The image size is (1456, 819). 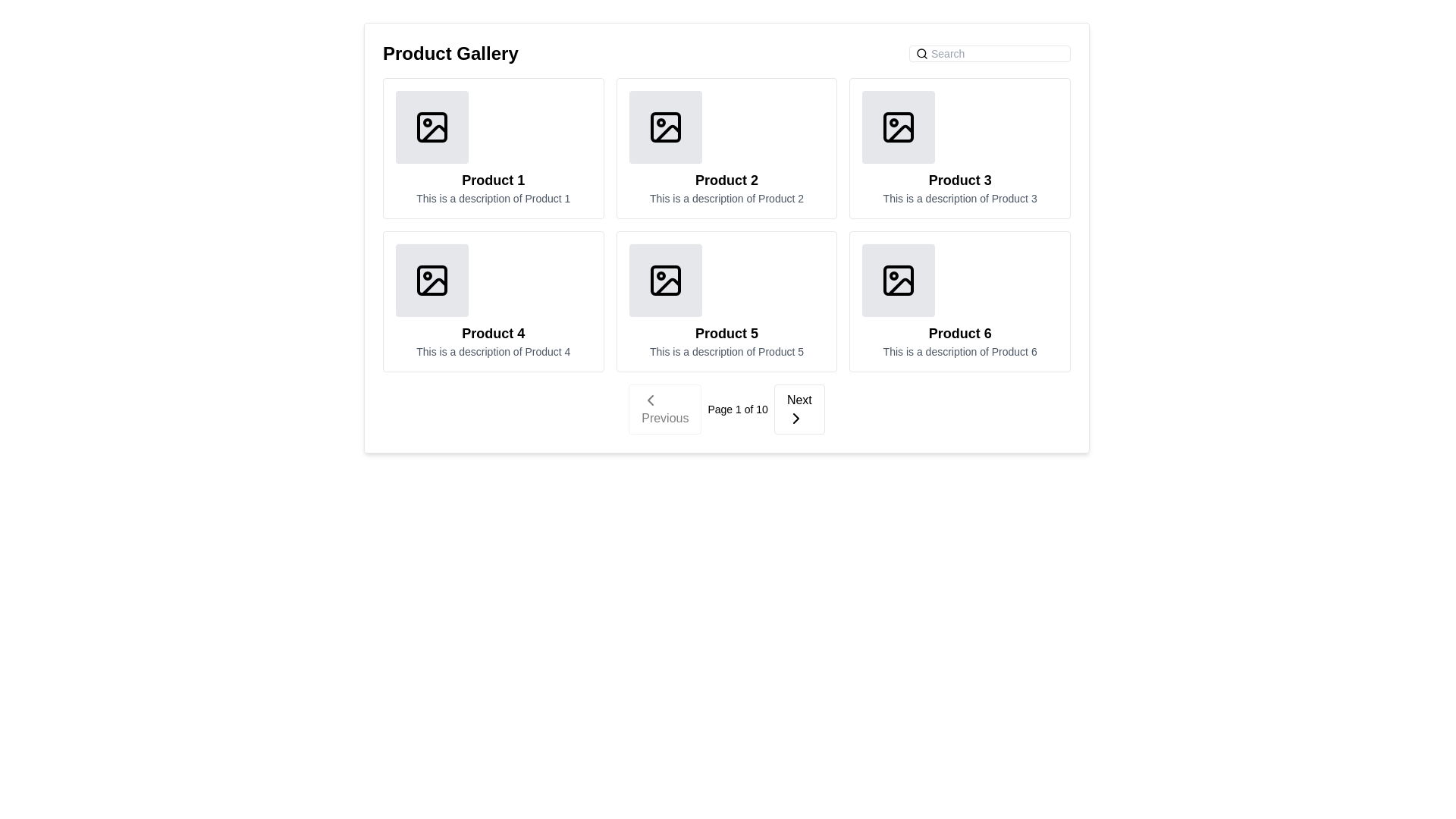 I want to click on the bold text label 'Product 1' located within the first card of the grid layout, situated between an image placeholder above and a description text below, so click(x=493, y=180).